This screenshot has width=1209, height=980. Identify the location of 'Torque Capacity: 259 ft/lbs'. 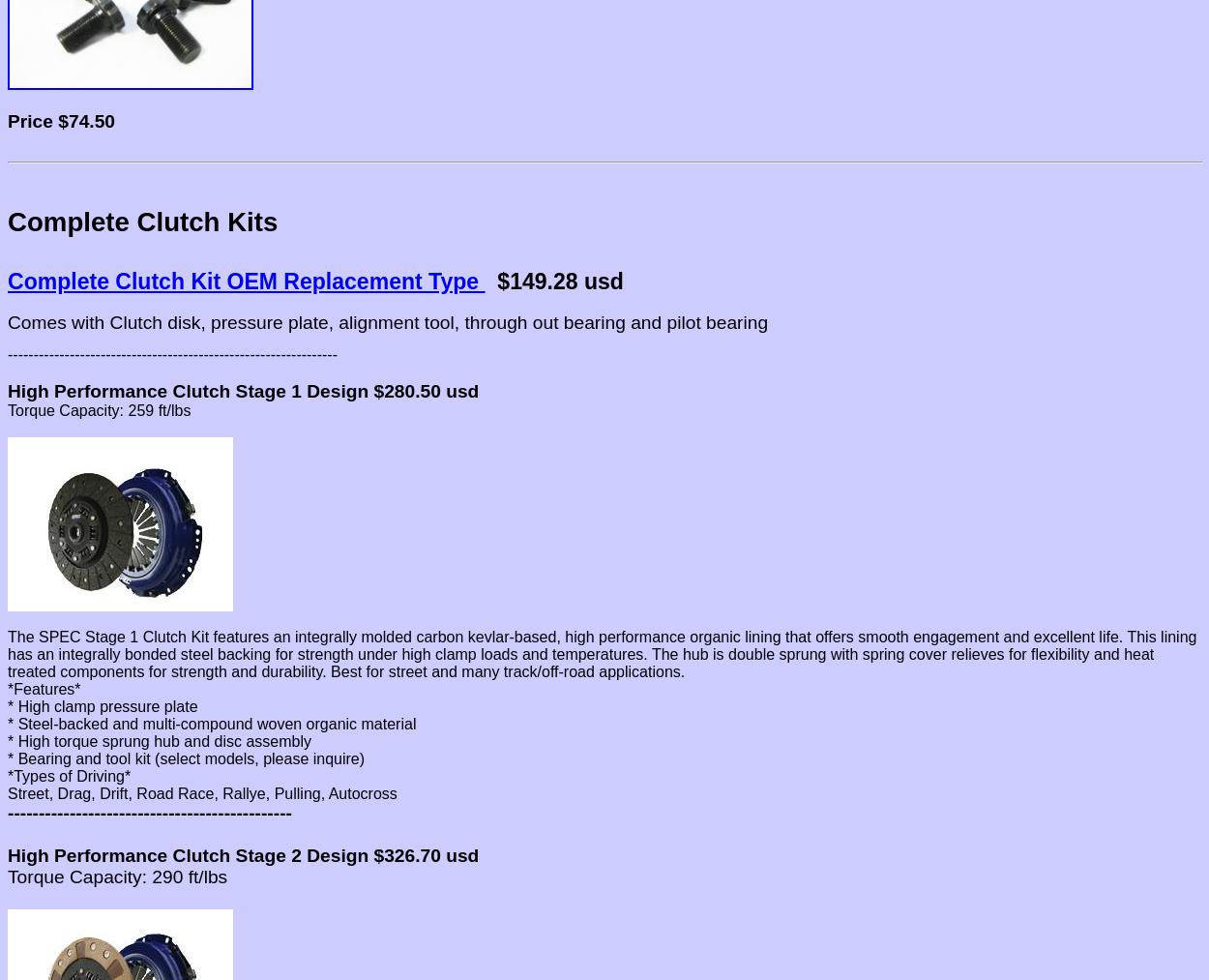
(98, 409).